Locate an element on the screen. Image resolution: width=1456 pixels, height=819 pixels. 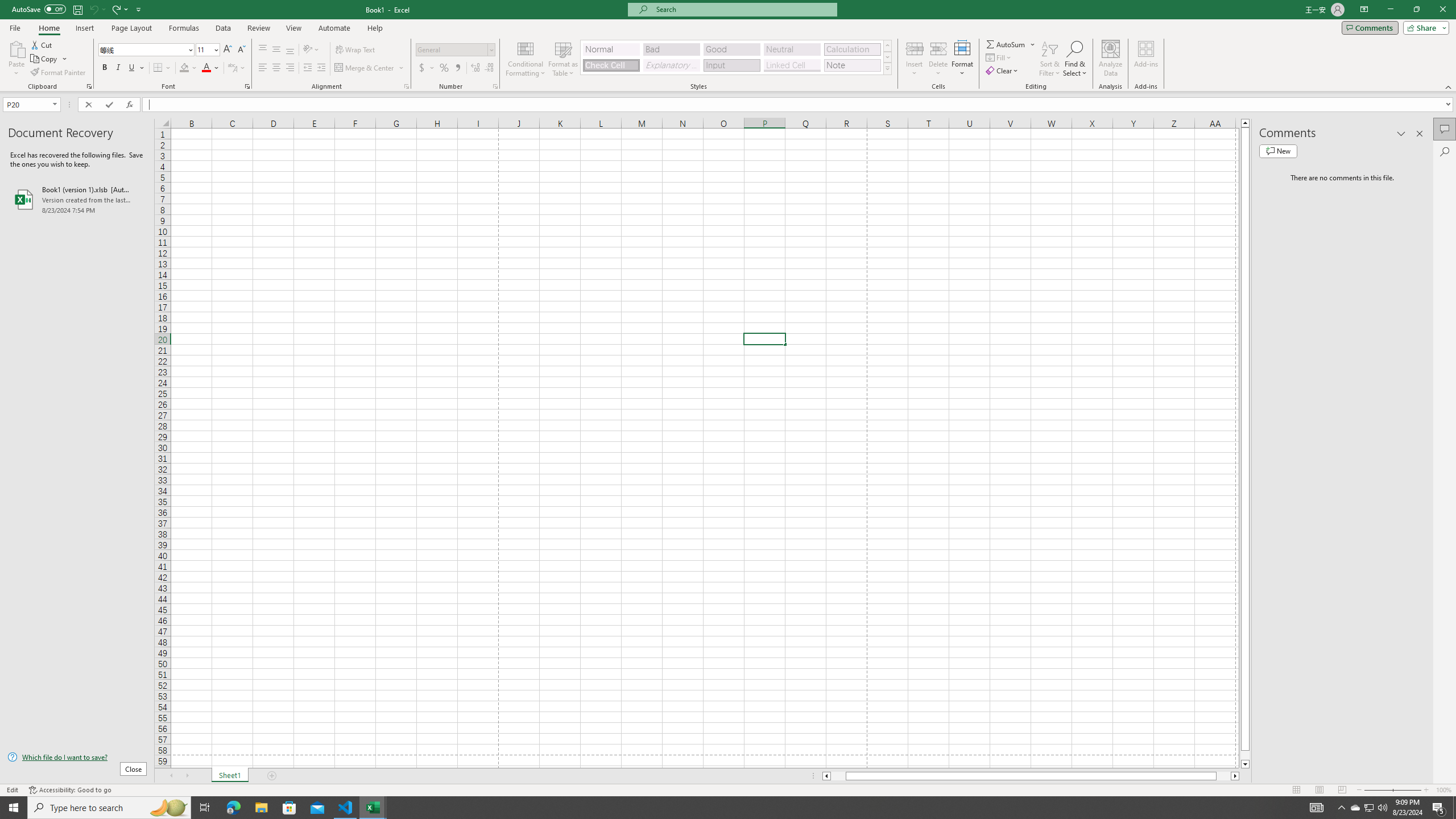
'Page right' is located at coordinates (1223, 775).